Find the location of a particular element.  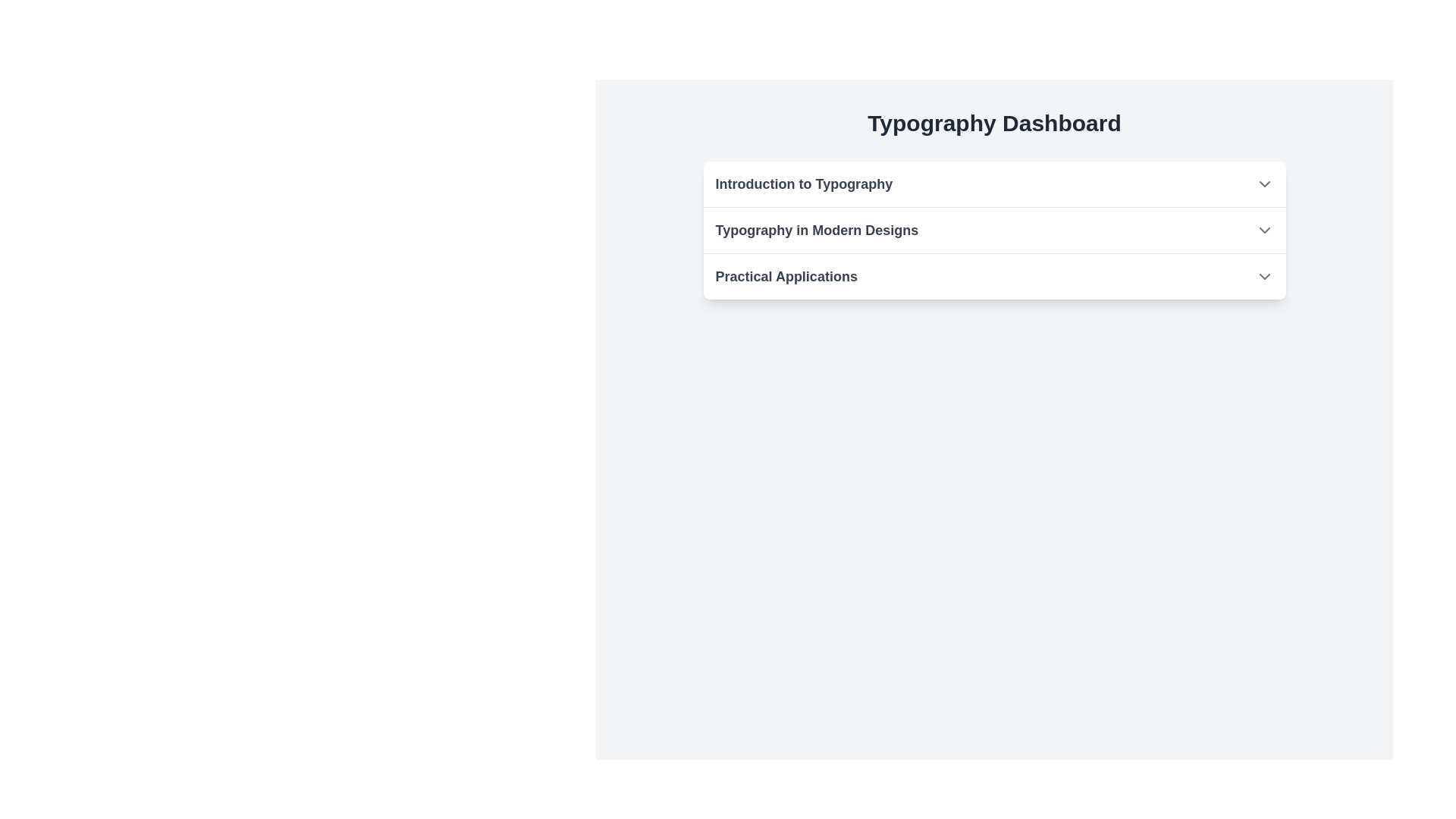

the 'Practical Applications' collapsible list item row within the Typography Dashboard is located at coordinates (994, 277).